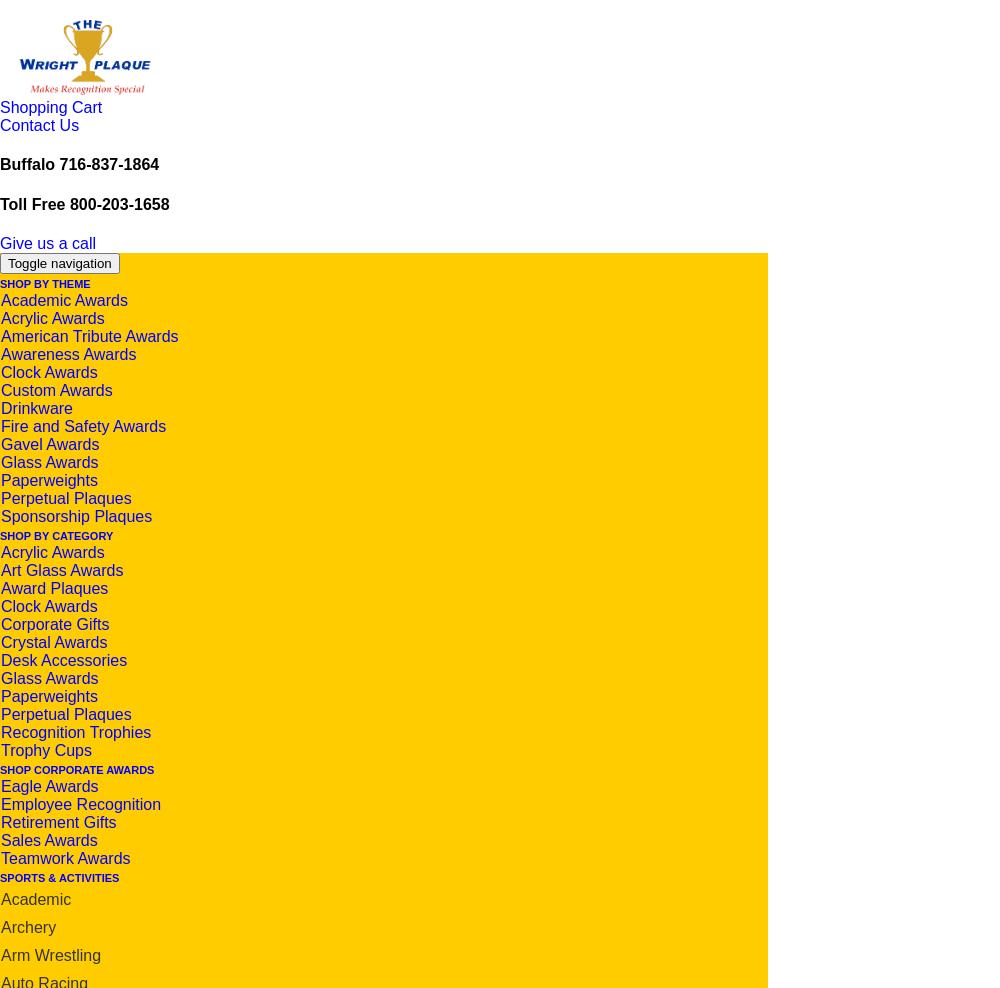 The height and width of the screenshot is (988, 1000). What do you see at coordinates (63, 658) in the screenshot?
I see `'Desk Accessories'` at bounding box center [63, 658].